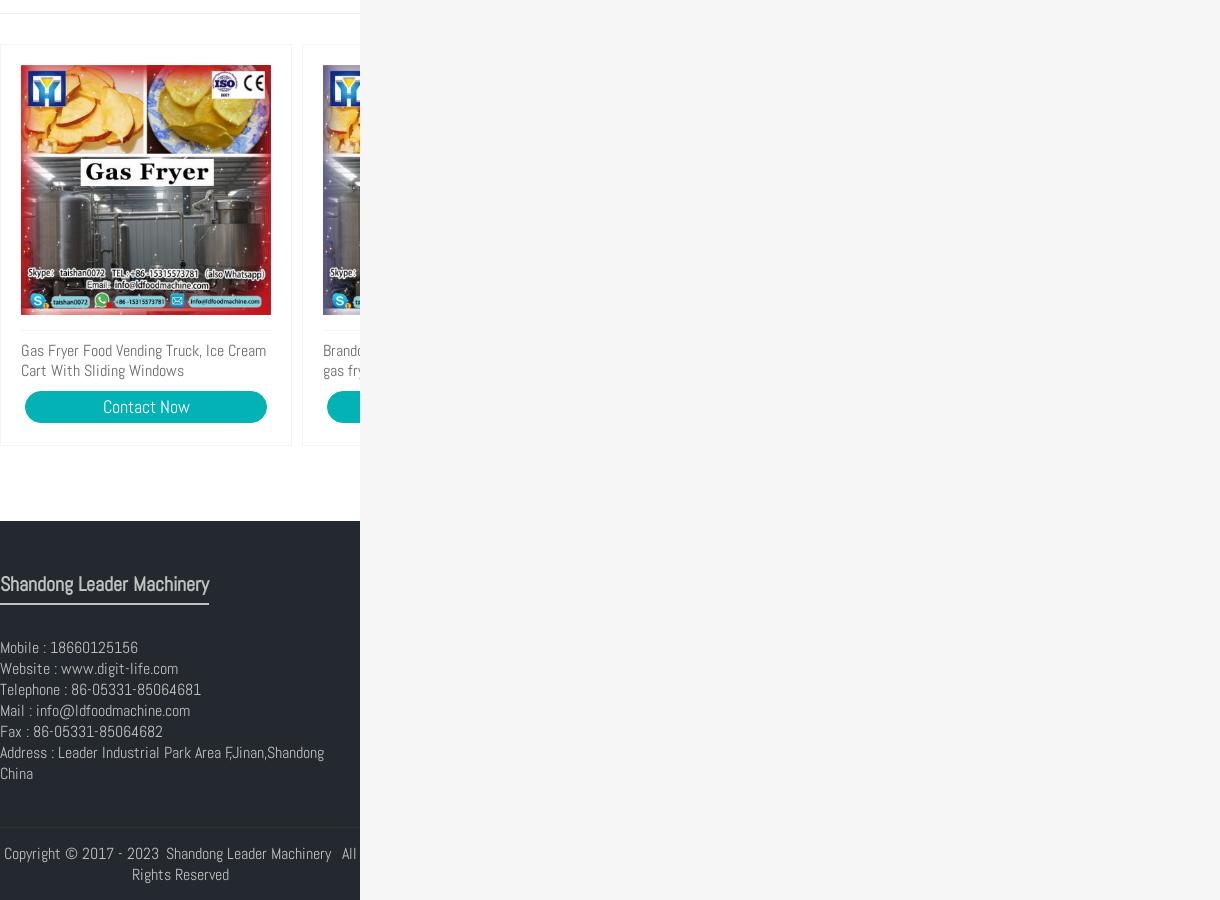  Describe the element at coordinates (0, 762) in the screenshot. I see `'Address : Leader Industrial Park Area F,Jinan,Shandong China'` at that location.